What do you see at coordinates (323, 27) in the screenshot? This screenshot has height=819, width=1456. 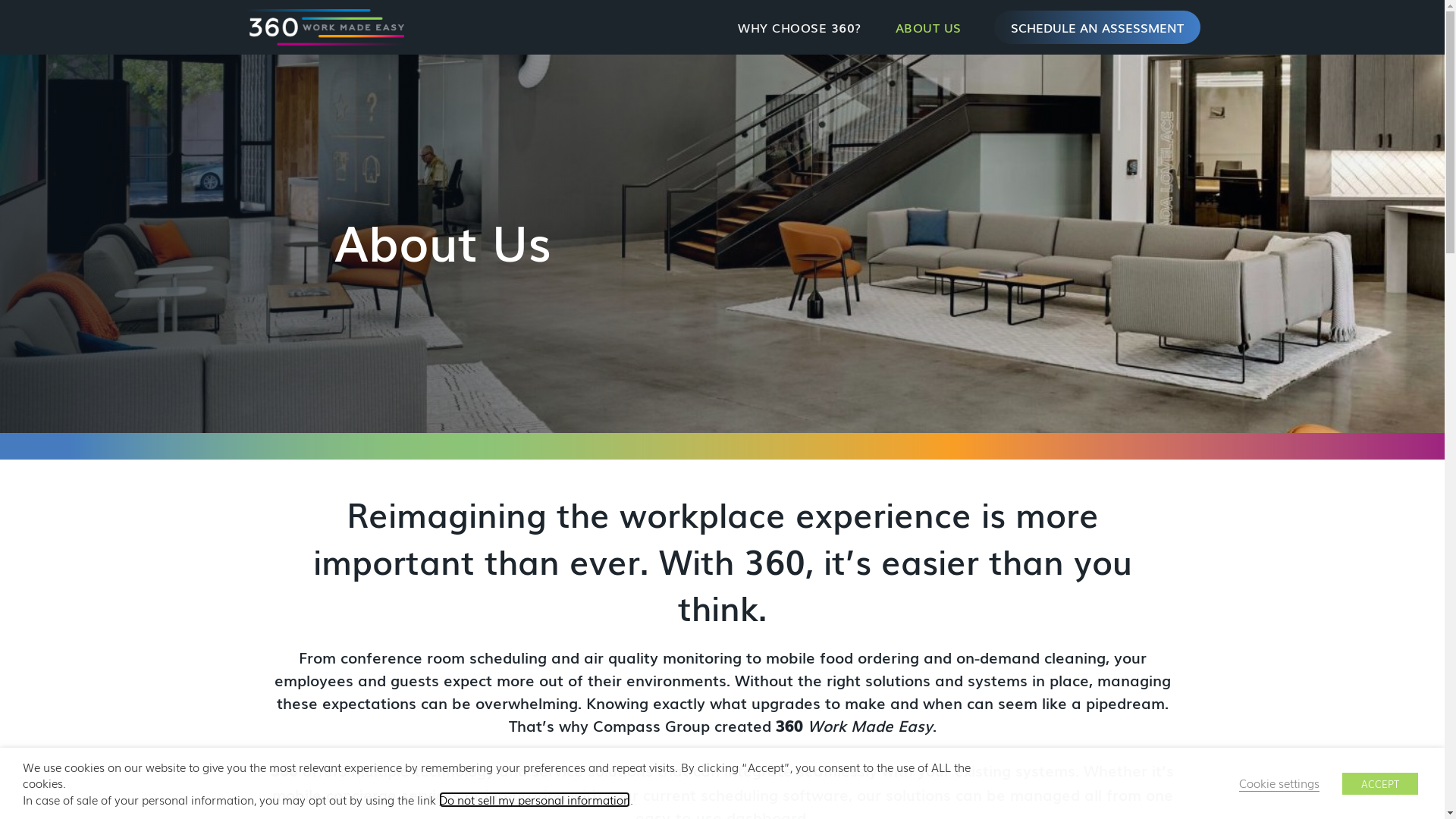 I see `'Compass360_Logo_Dark'` at bounding box center [323, 27].